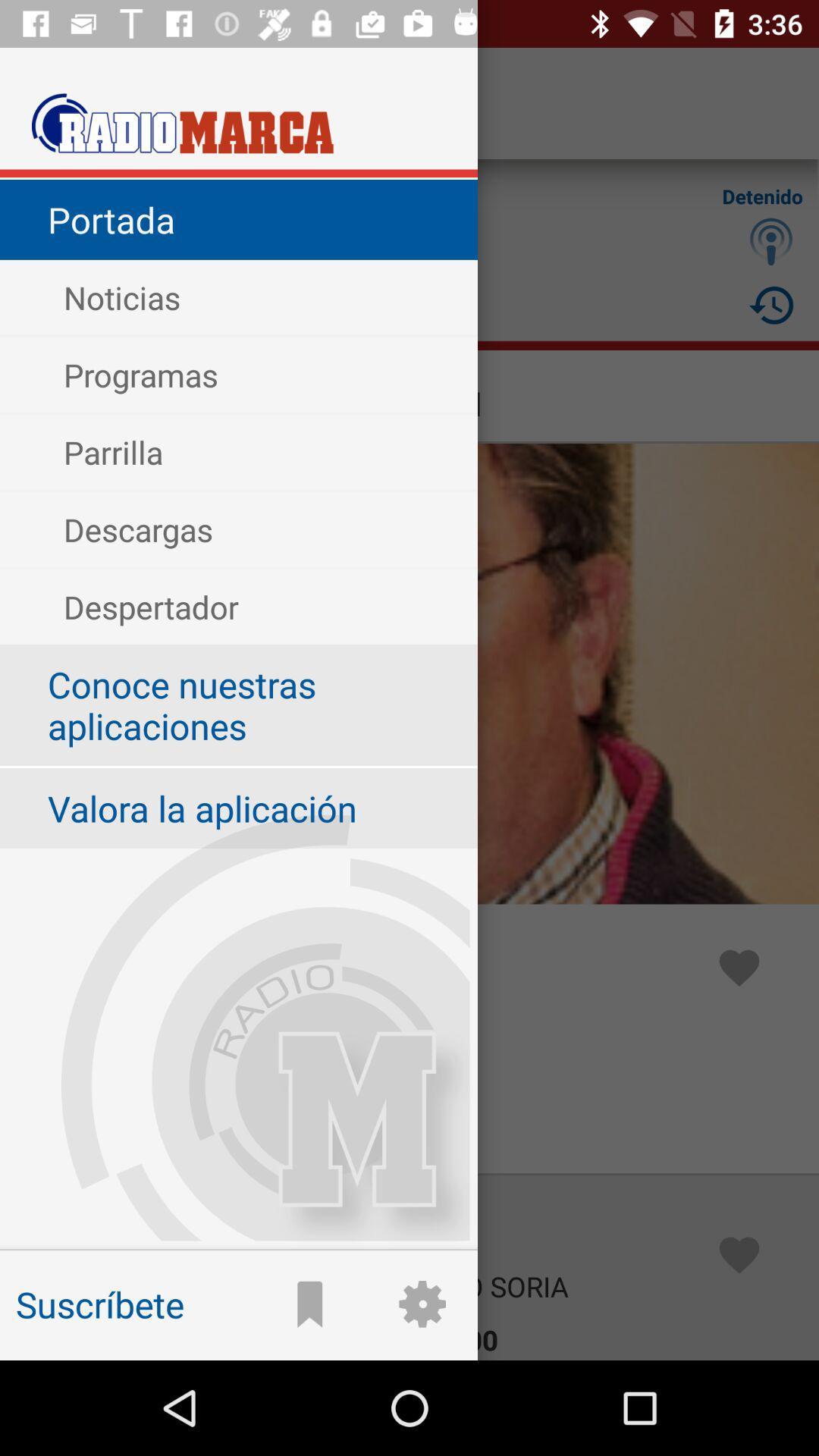 The height and width of the screenshot is (1456, 819). Describe the element at coordinates (309, 1304) in the screenshot. I see `the icon which is left to the settings icon` at that location.